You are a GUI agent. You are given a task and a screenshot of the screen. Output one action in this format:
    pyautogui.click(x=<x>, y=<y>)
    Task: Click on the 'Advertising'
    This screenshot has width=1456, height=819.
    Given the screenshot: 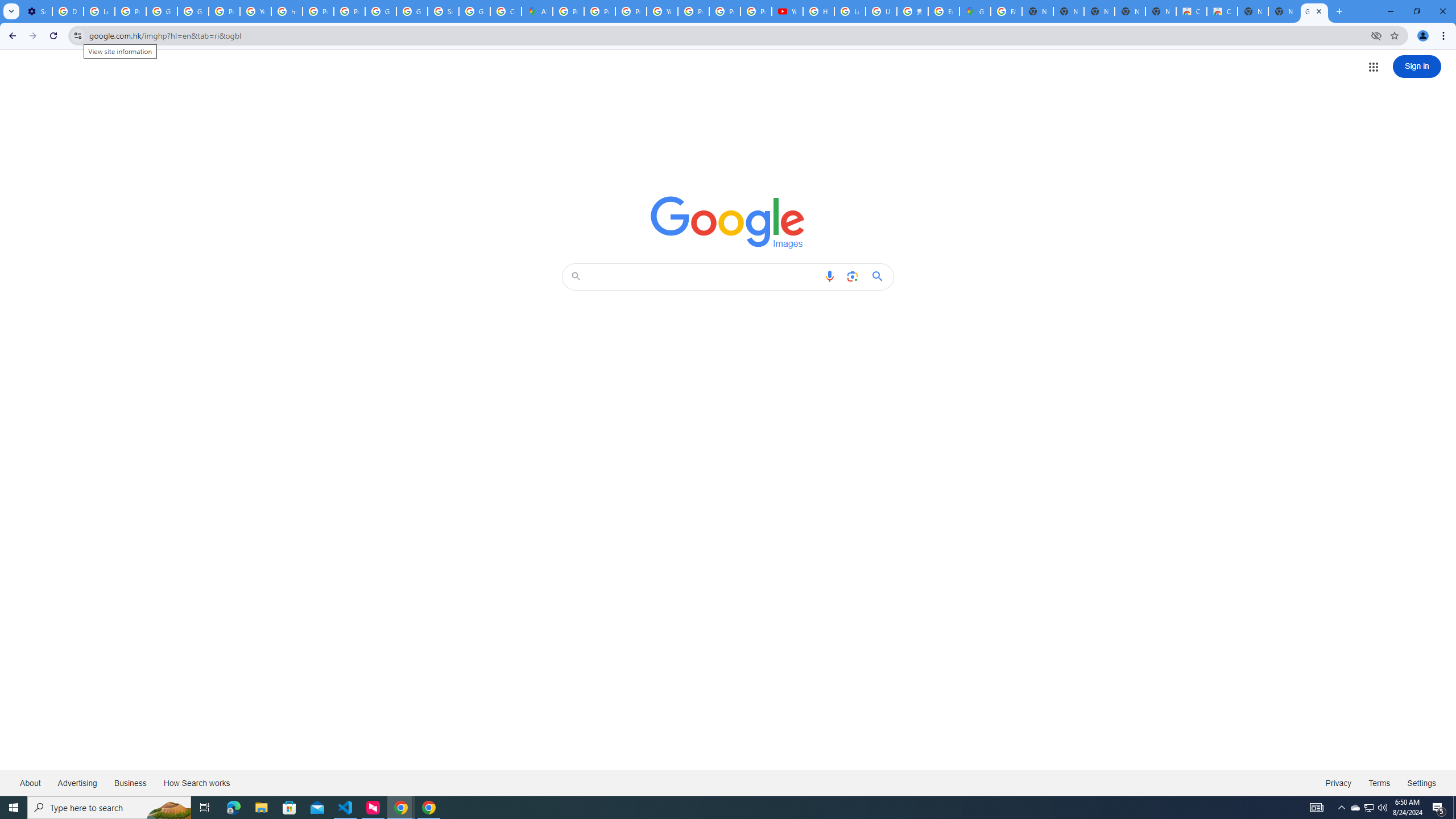 What is the action you would take?
    pyautogui.click(x=77, y=782)
    